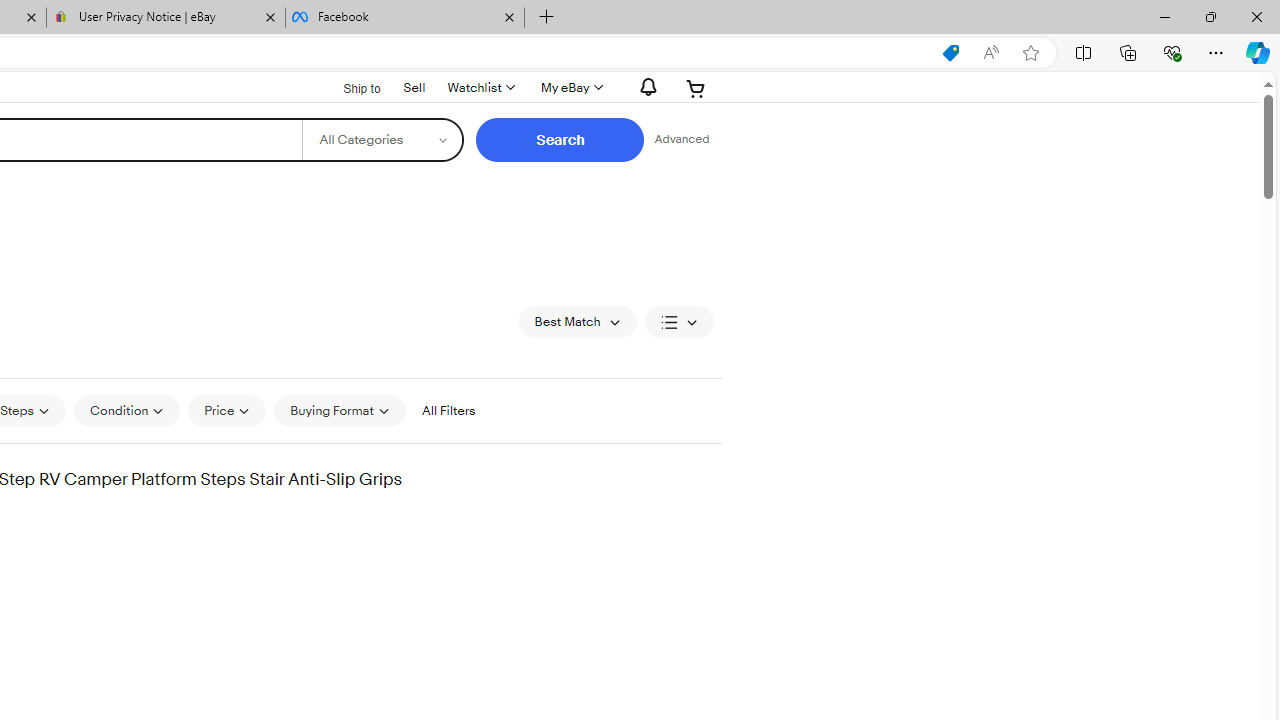 The width and height of the screenshot is (1280, 720). What do you see at coordinates (679, 320) in the screenshot?
I see `'View: List View'` at bounding box center [679, 320].